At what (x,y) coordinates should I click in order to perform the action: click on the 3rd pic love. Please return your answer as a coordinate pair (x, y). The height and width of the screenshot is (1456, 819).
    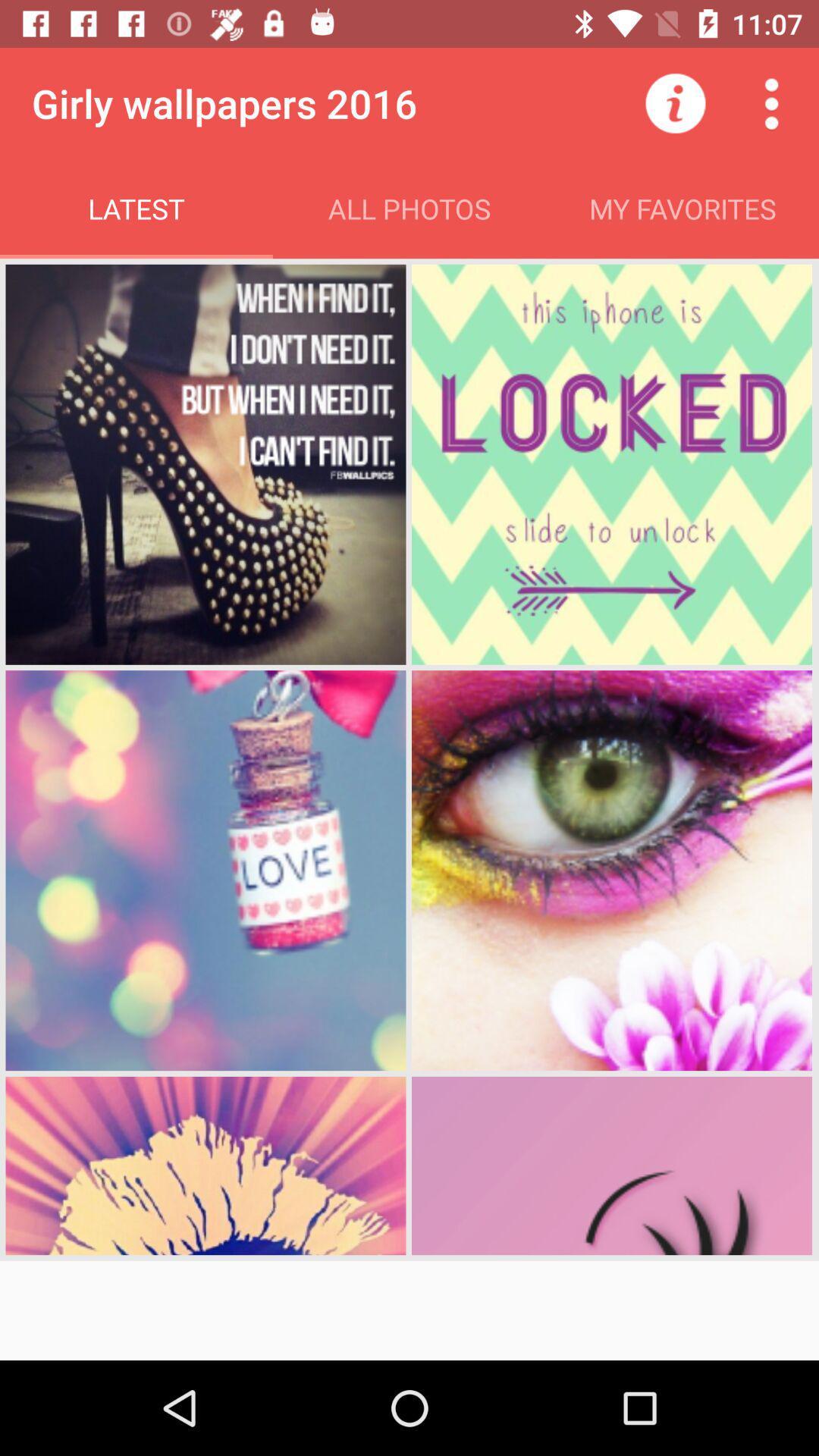
    Looking at the image, I should click on (206, 870).